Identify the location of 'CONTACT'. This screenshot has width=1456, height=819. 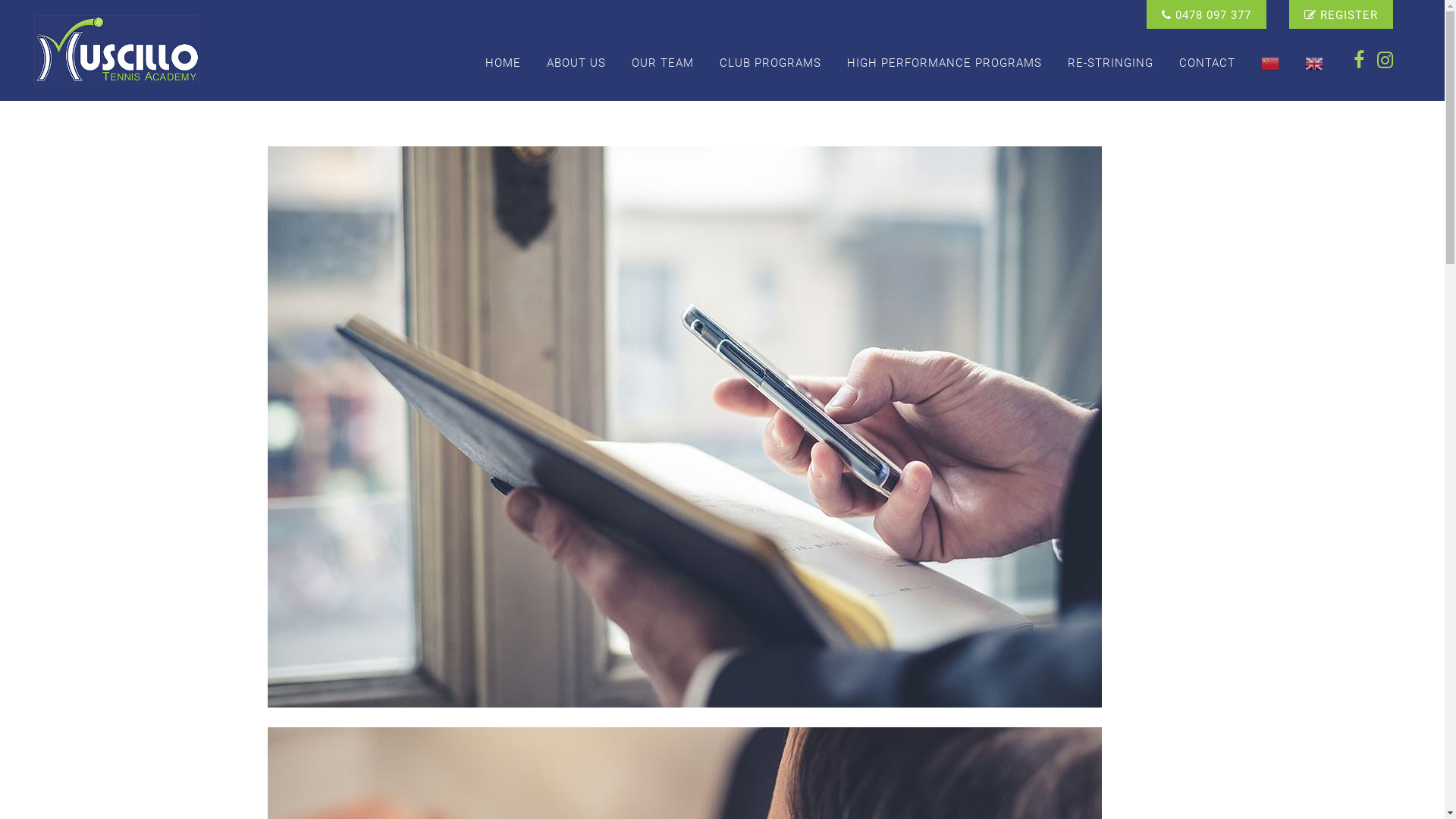
(1207, 62).